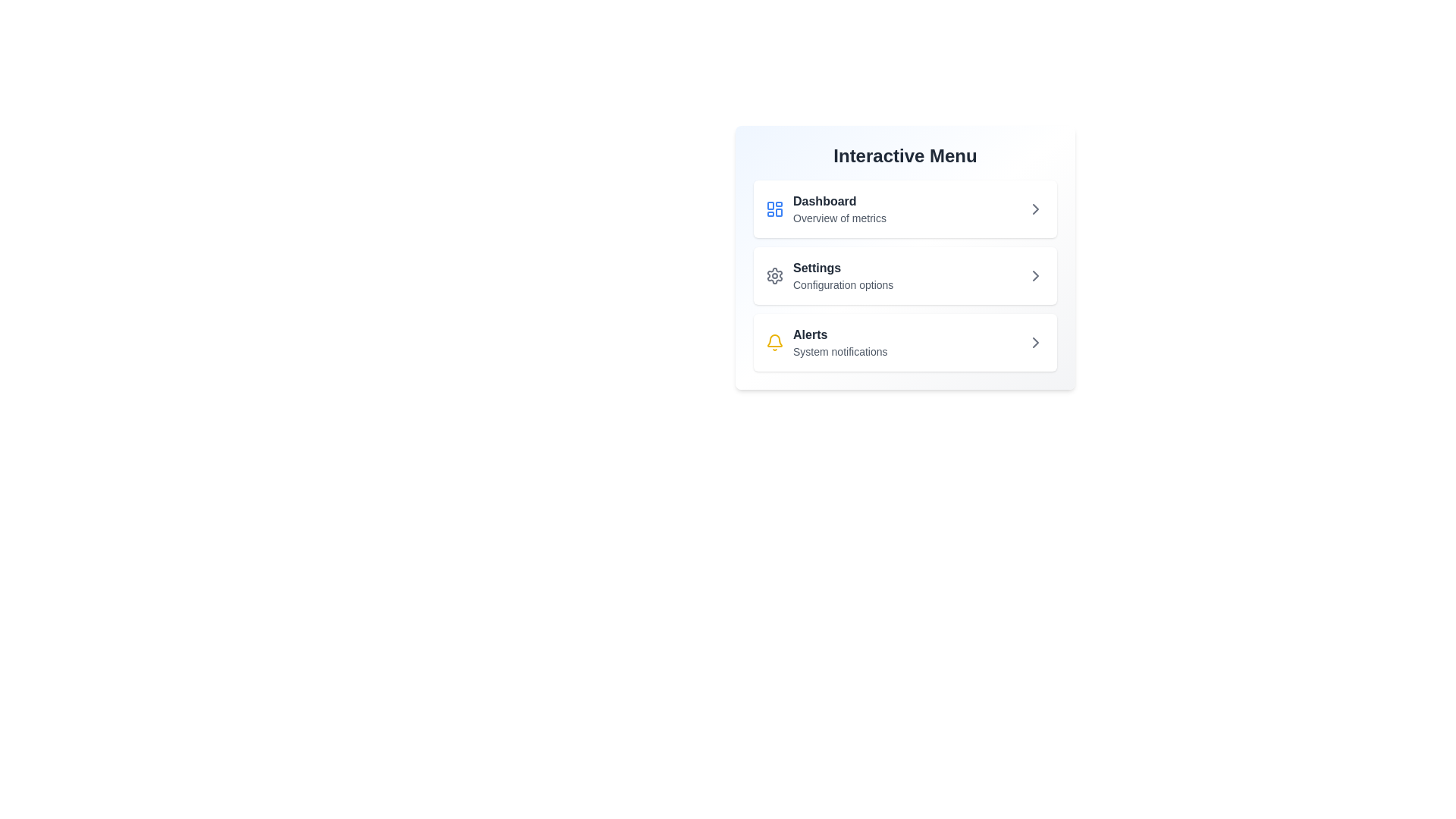 This screenshot has height=819, width=1456. I want to click on the text label displaying 'Overview of metrics', which is located beneath the 'Dashboard' heading in the dashboard menu, so click(839, 218).